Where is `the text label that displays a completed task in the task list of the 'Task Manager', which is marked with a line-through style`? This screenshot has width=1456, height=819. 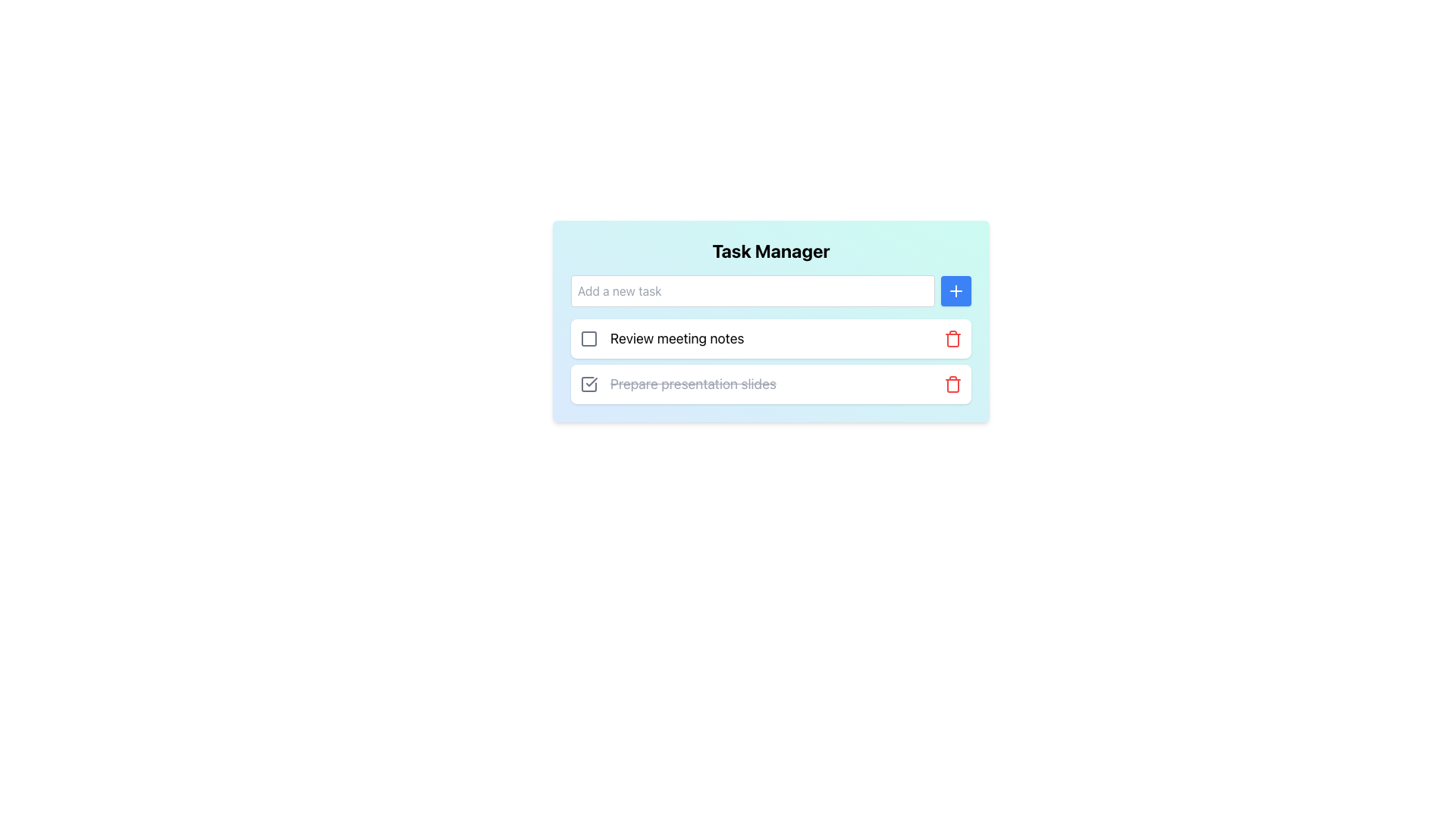 the text label that displays a completed task in the task list of the 'Task Manager', which is marked with a line-through style is located at coordinates (692, 383).